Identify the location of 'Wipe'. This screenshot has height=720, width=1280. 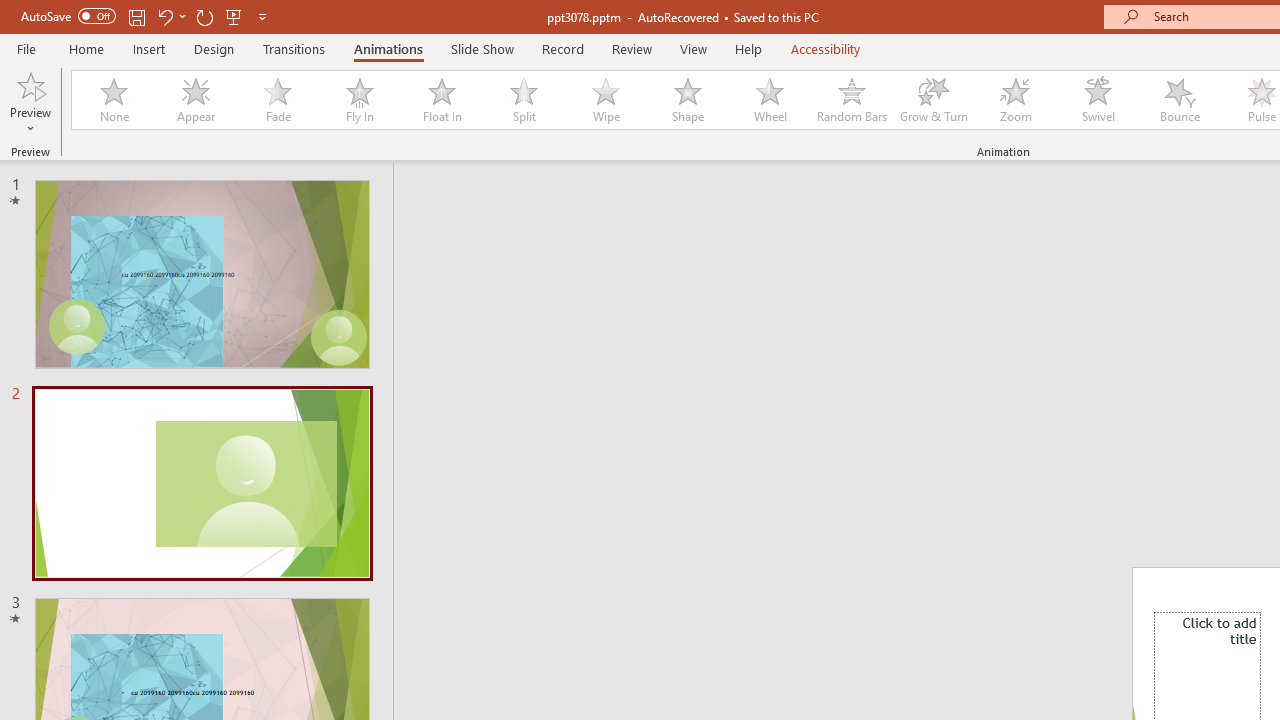
(604, 100).